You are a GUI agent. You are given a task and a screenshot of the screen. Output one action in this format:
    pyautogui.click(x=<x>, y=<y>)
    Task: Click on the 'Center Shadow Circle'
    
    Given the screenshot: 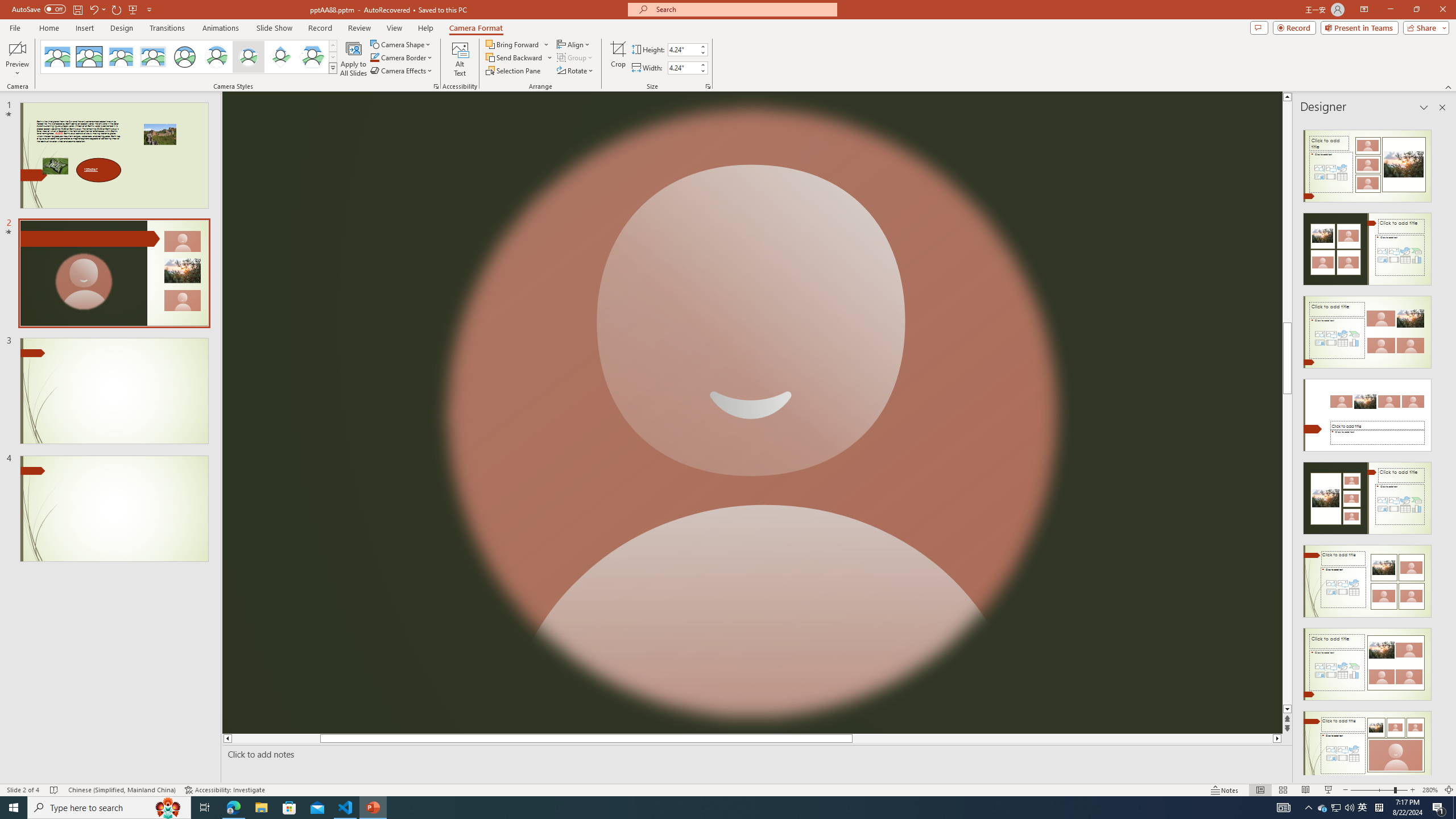 What is the action you would take?
    pyautogui.click(x=216, y=56)
    